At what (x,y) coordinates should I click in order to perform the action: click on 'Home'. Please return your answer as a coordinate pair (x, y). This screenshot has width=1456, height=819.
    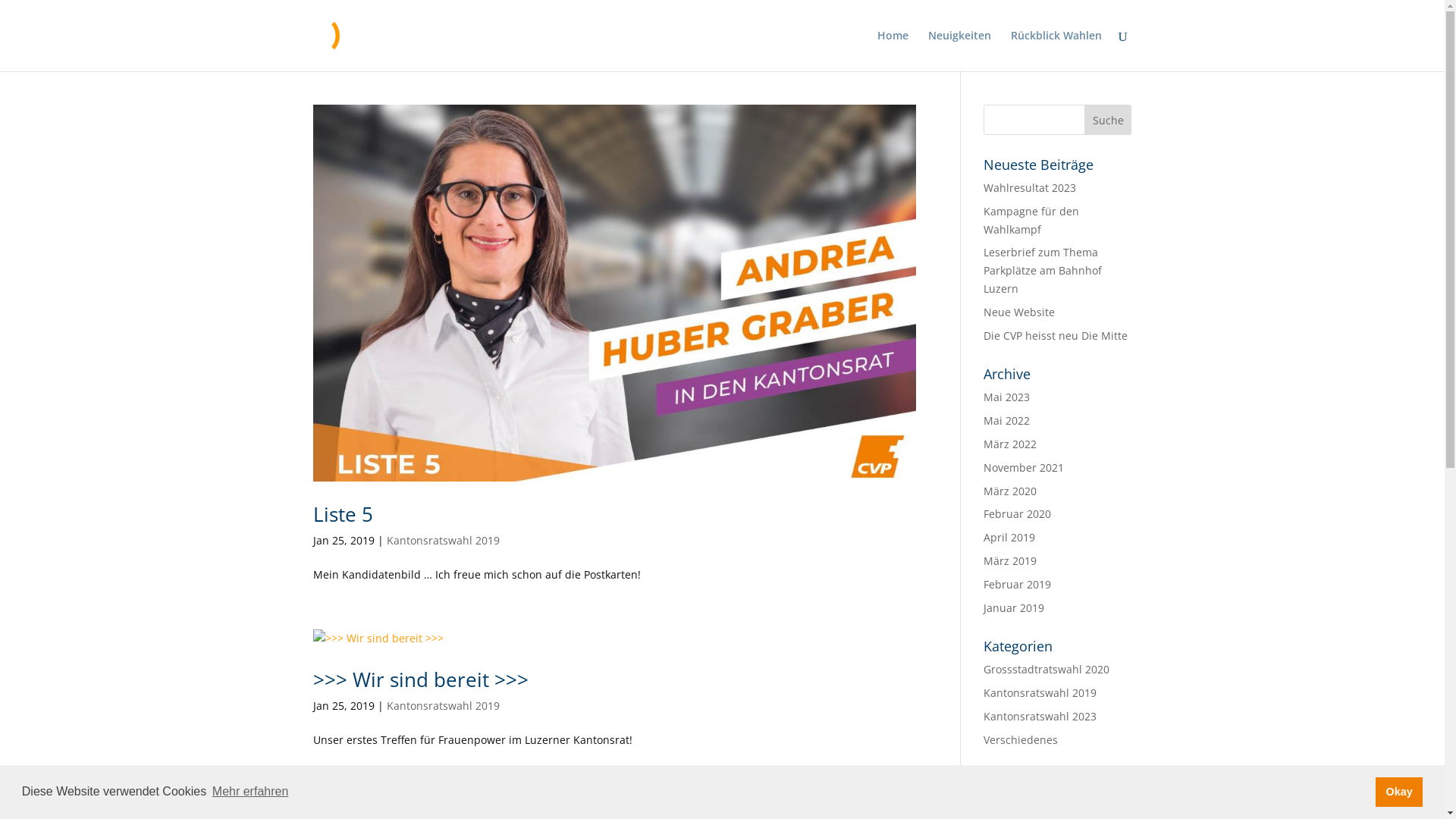
    Looking at the image, I should click on (892, 49).